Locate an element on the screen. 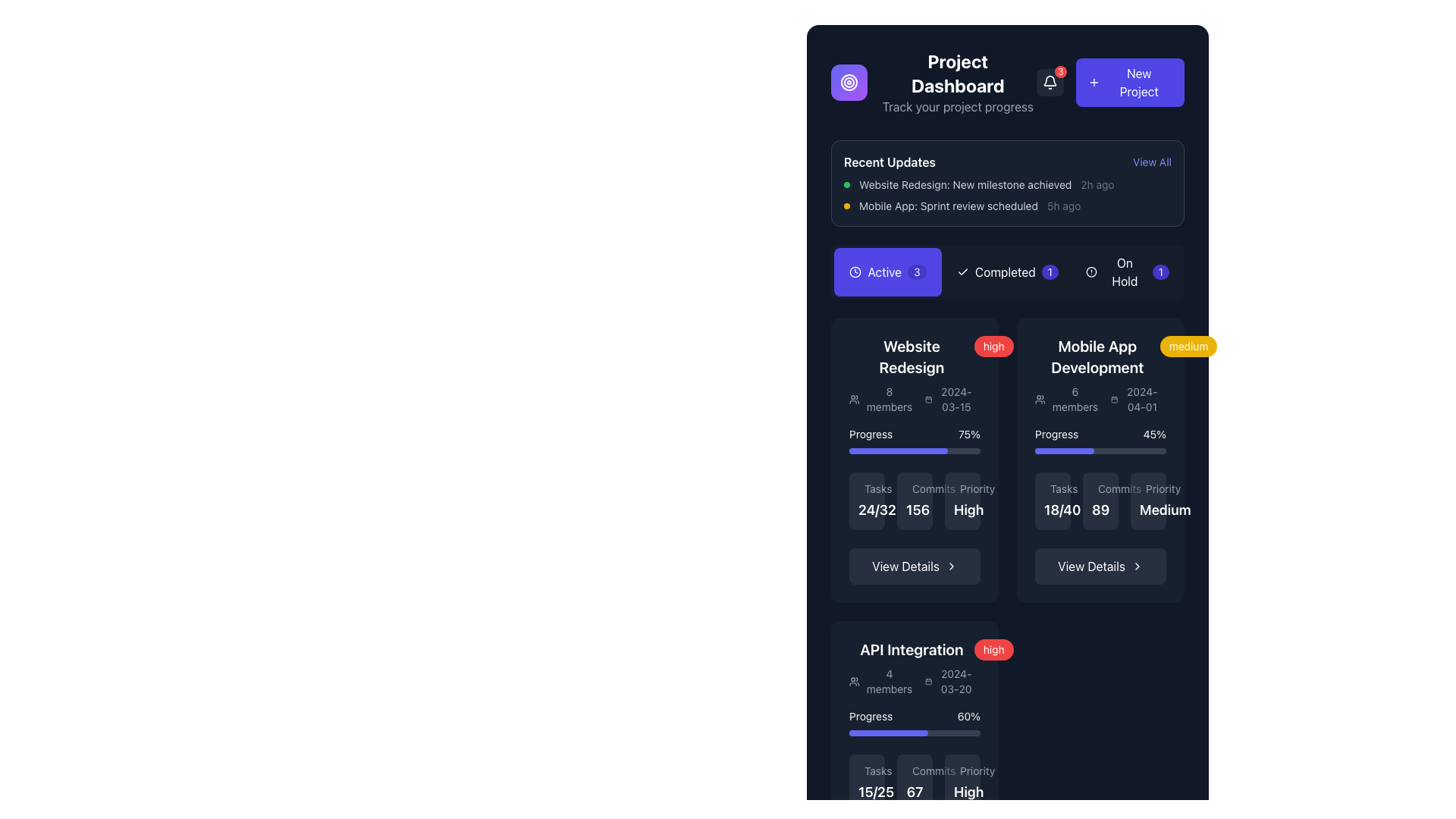 The width and height of the screenshot is (1456, 819). the notification bell icon located in the top-right section of the interface is located at coordinates (1048, 82).